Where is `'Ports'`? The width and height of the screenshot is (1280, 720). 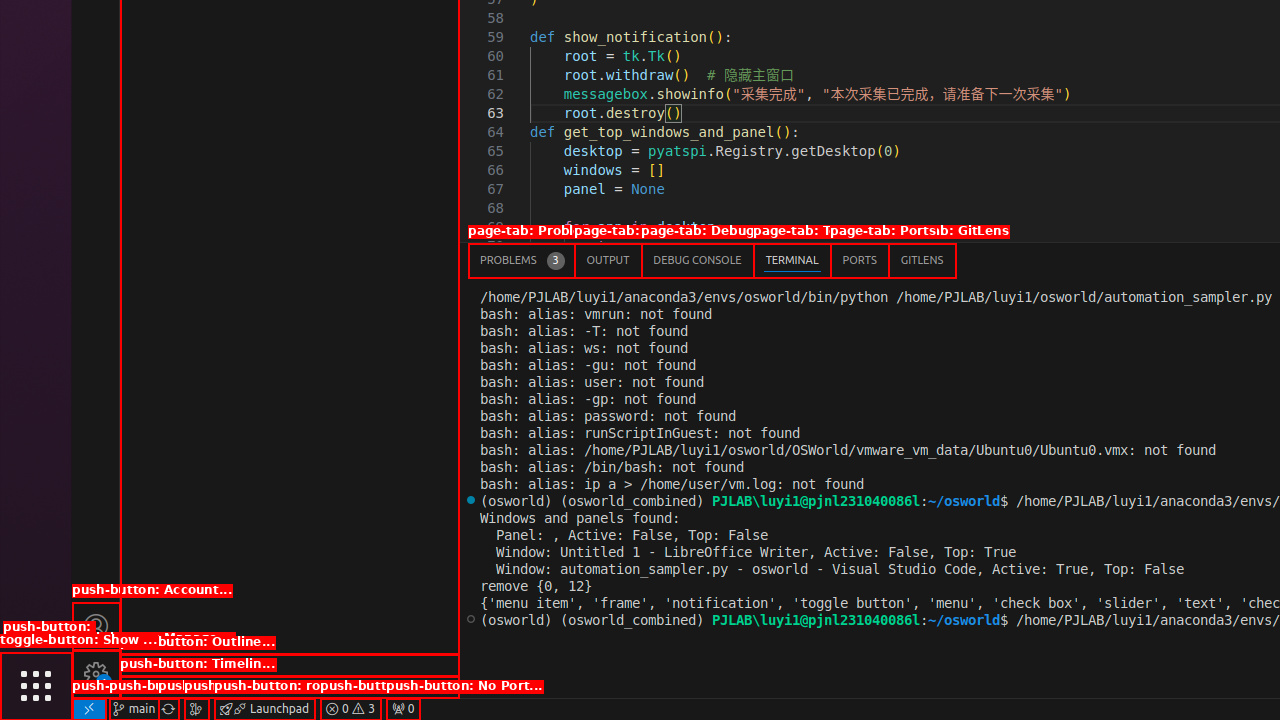
'Ports' is located at coordinates (859, 259).